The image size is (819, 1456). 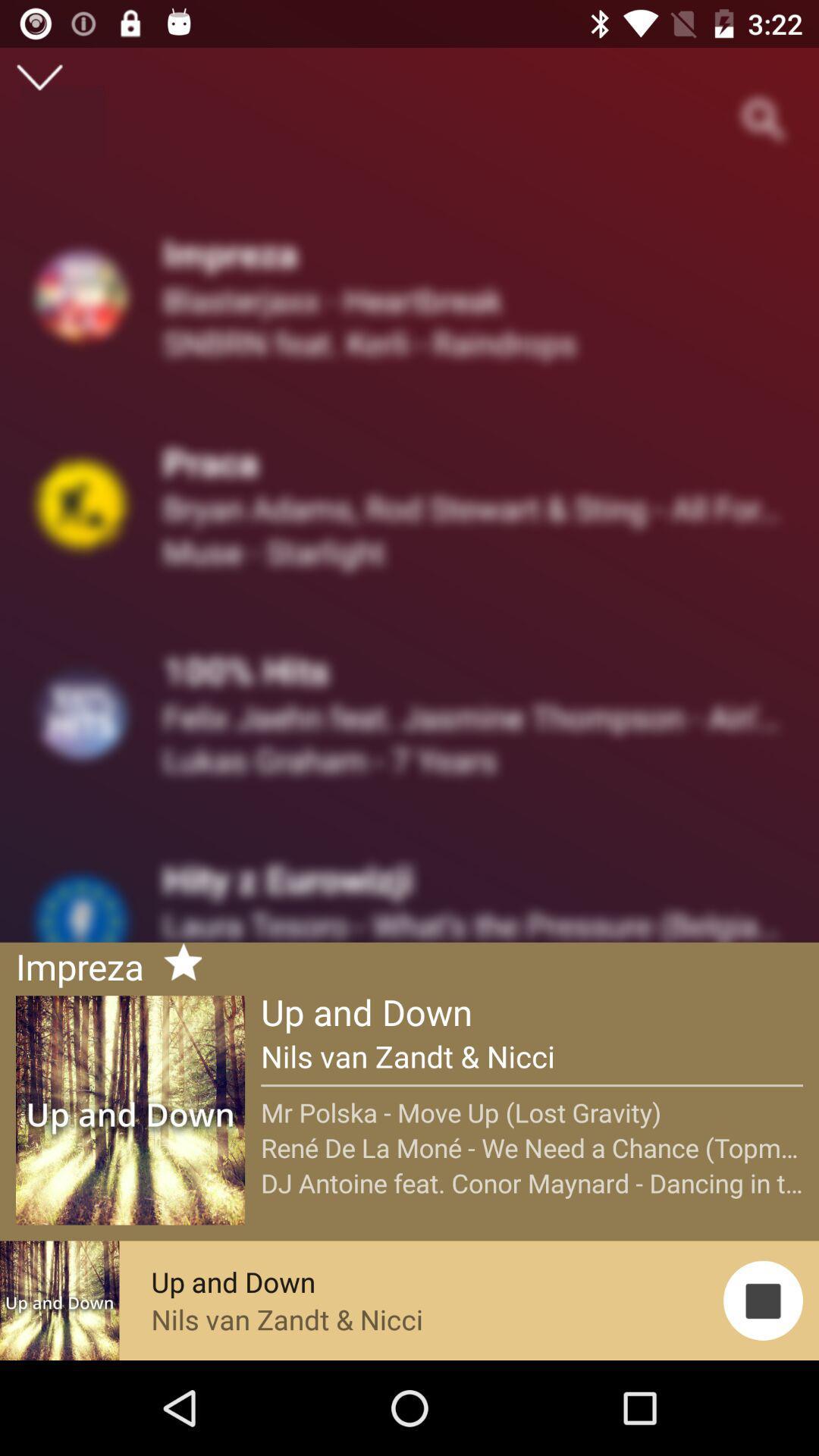 I want to click on icon to the right of impreza icon, so click(x=176, y=964).